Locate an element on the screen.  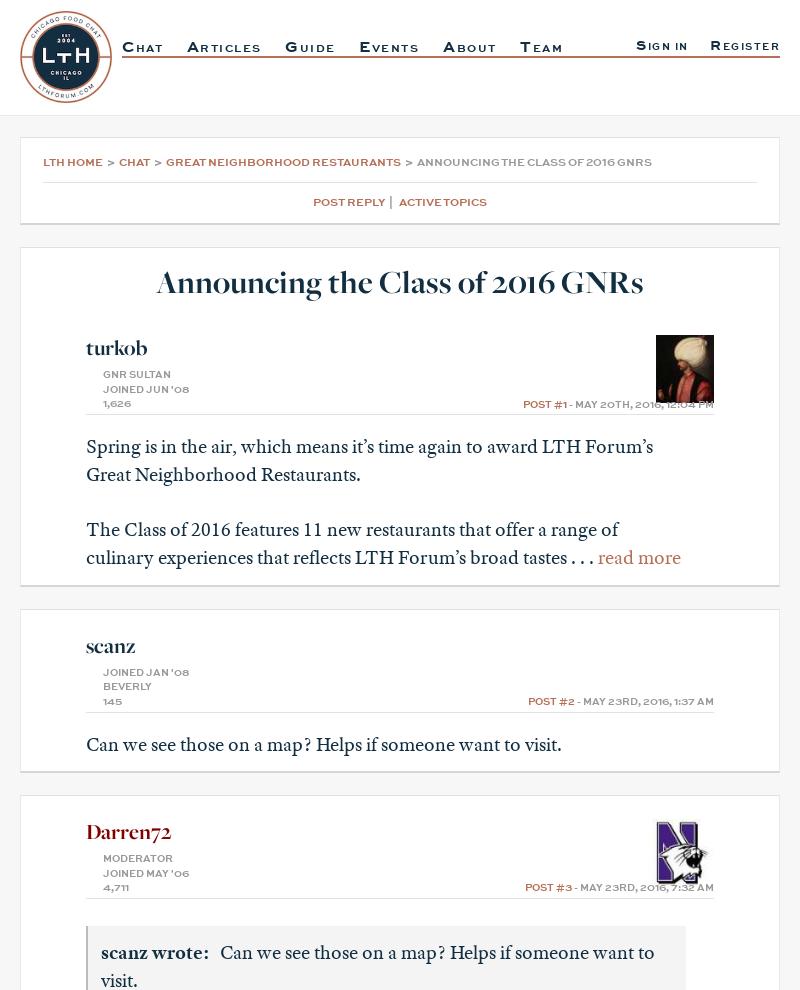
'LTH Home' is located at coordinates (41, 162).